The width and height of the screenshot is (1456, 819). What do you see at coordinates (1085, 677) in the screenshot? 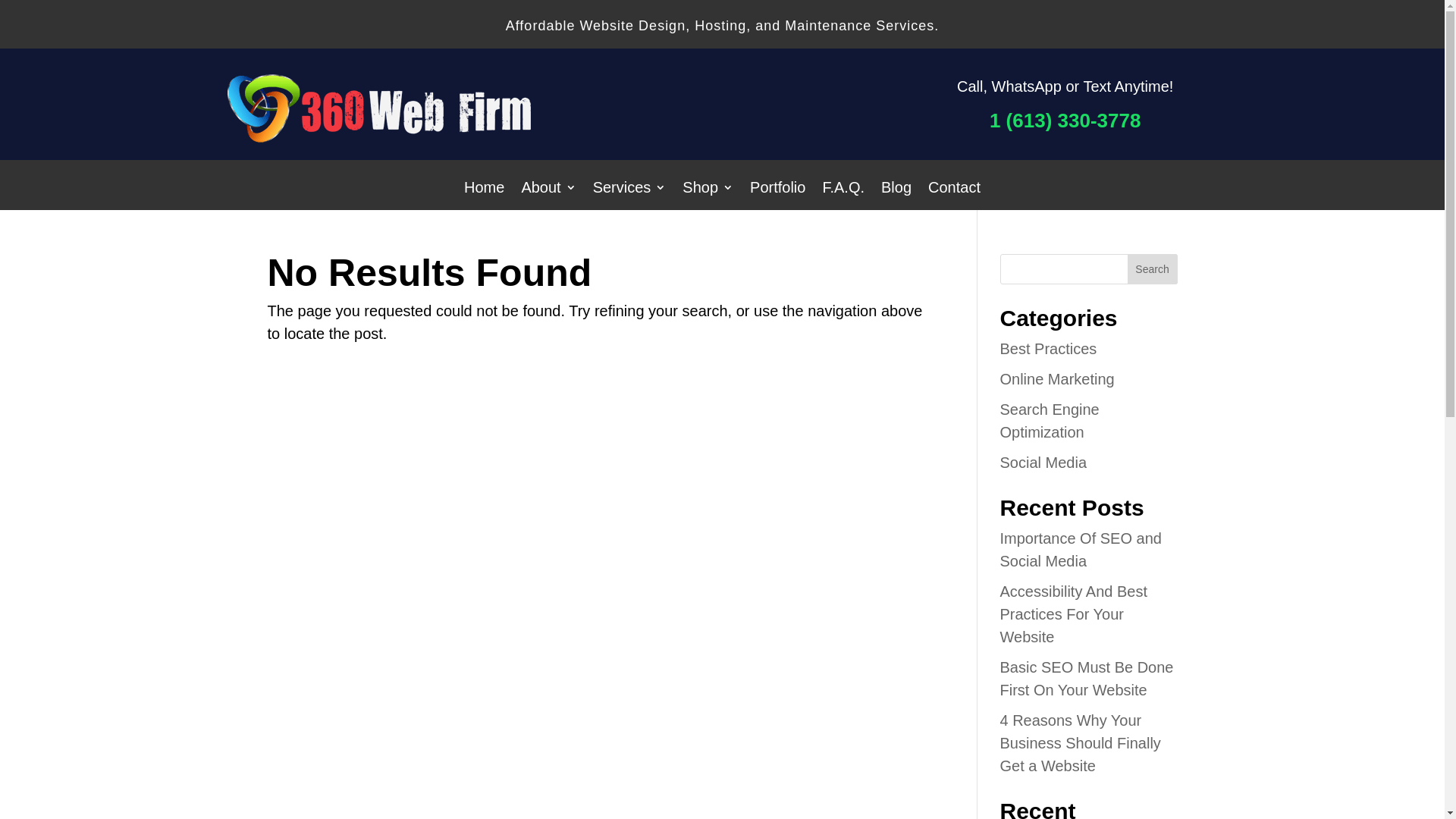
I see `'Basic SEO Must Be Done First On Your Website'` at bounding box center [1085, 677].